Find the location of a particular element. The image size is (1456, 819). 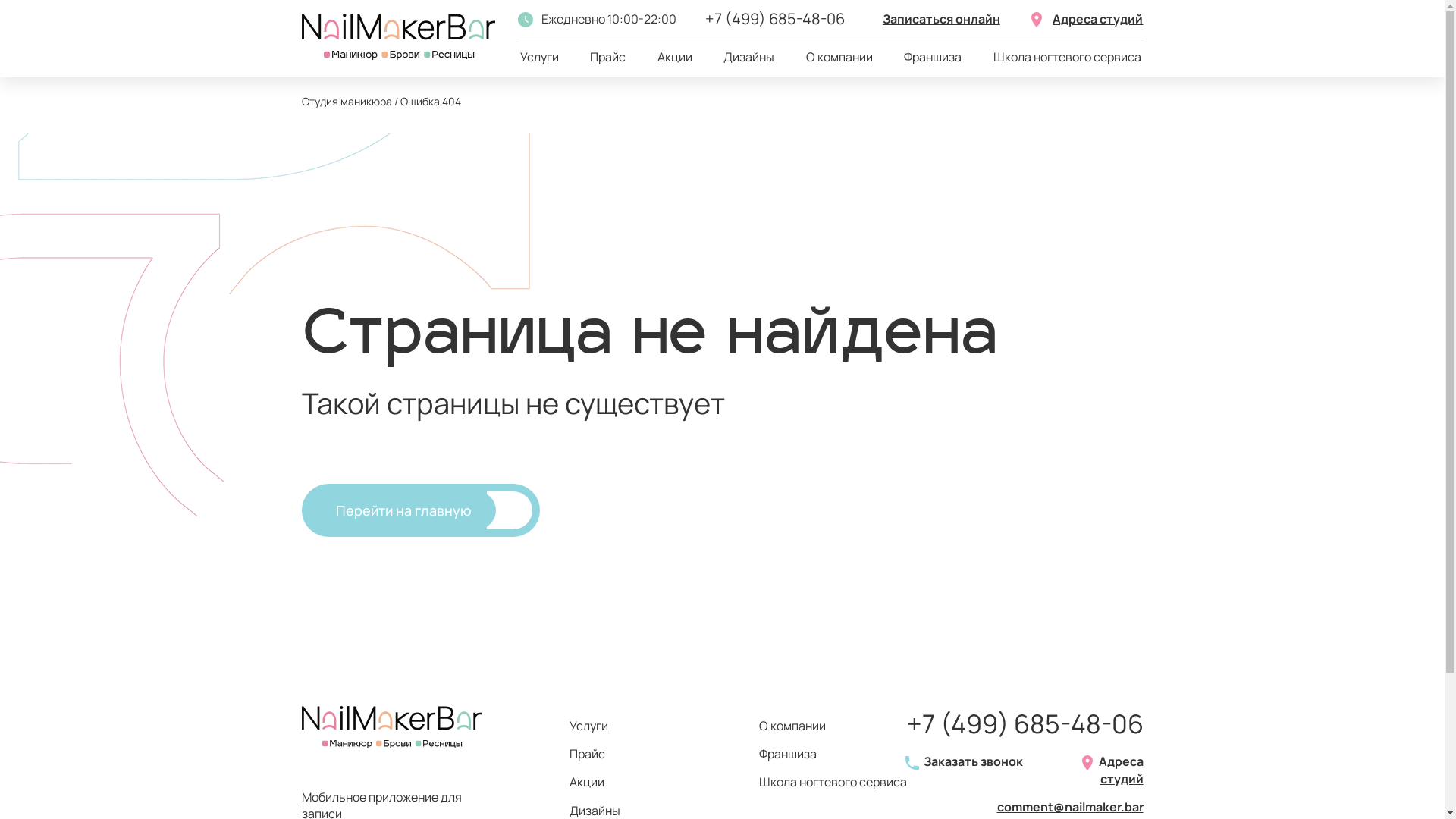

'comment@nailmaker.bar' is located at coordinates (1068, 806).